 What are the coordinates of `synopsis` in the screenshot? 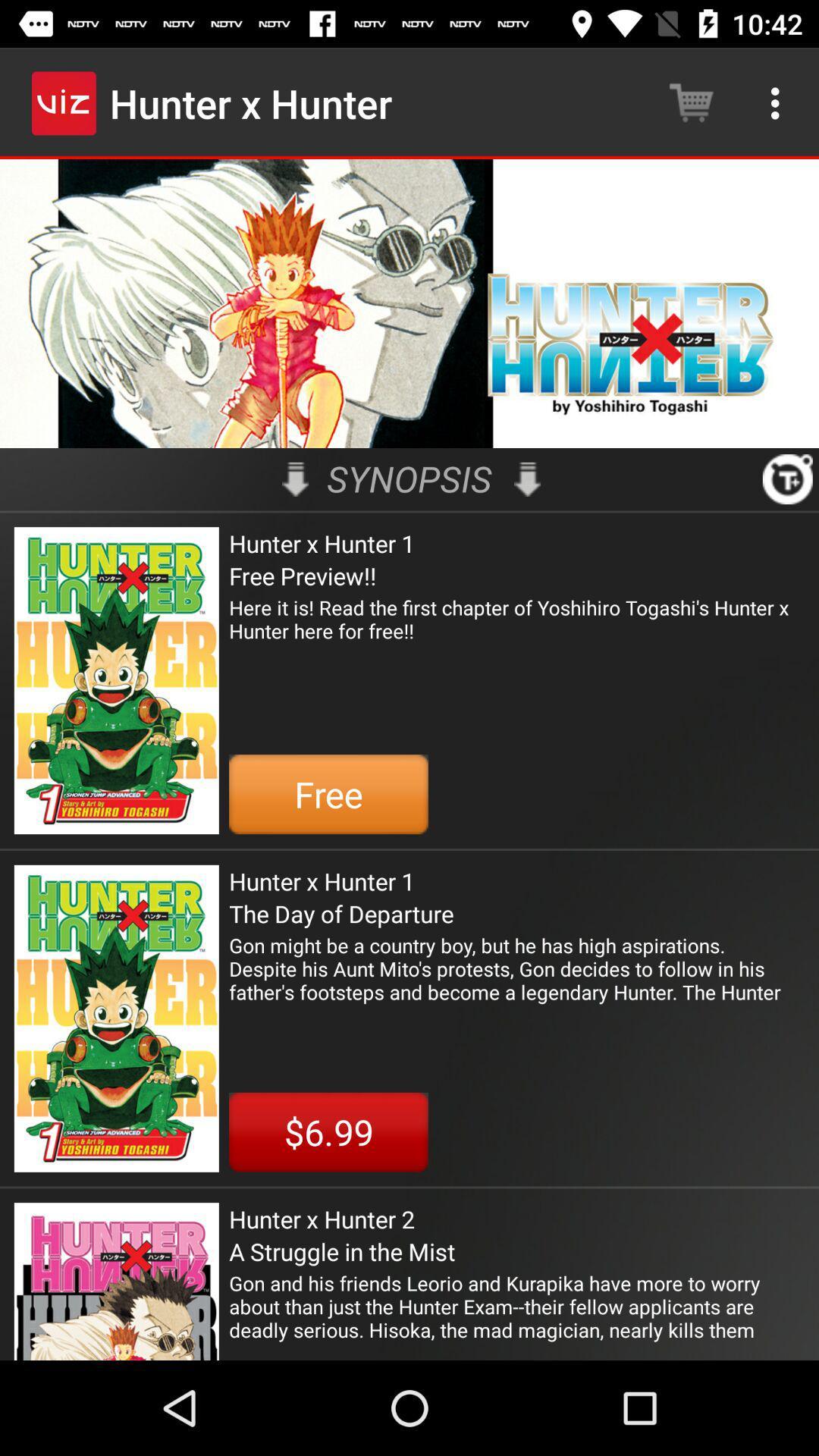 It's located at (409, 478).